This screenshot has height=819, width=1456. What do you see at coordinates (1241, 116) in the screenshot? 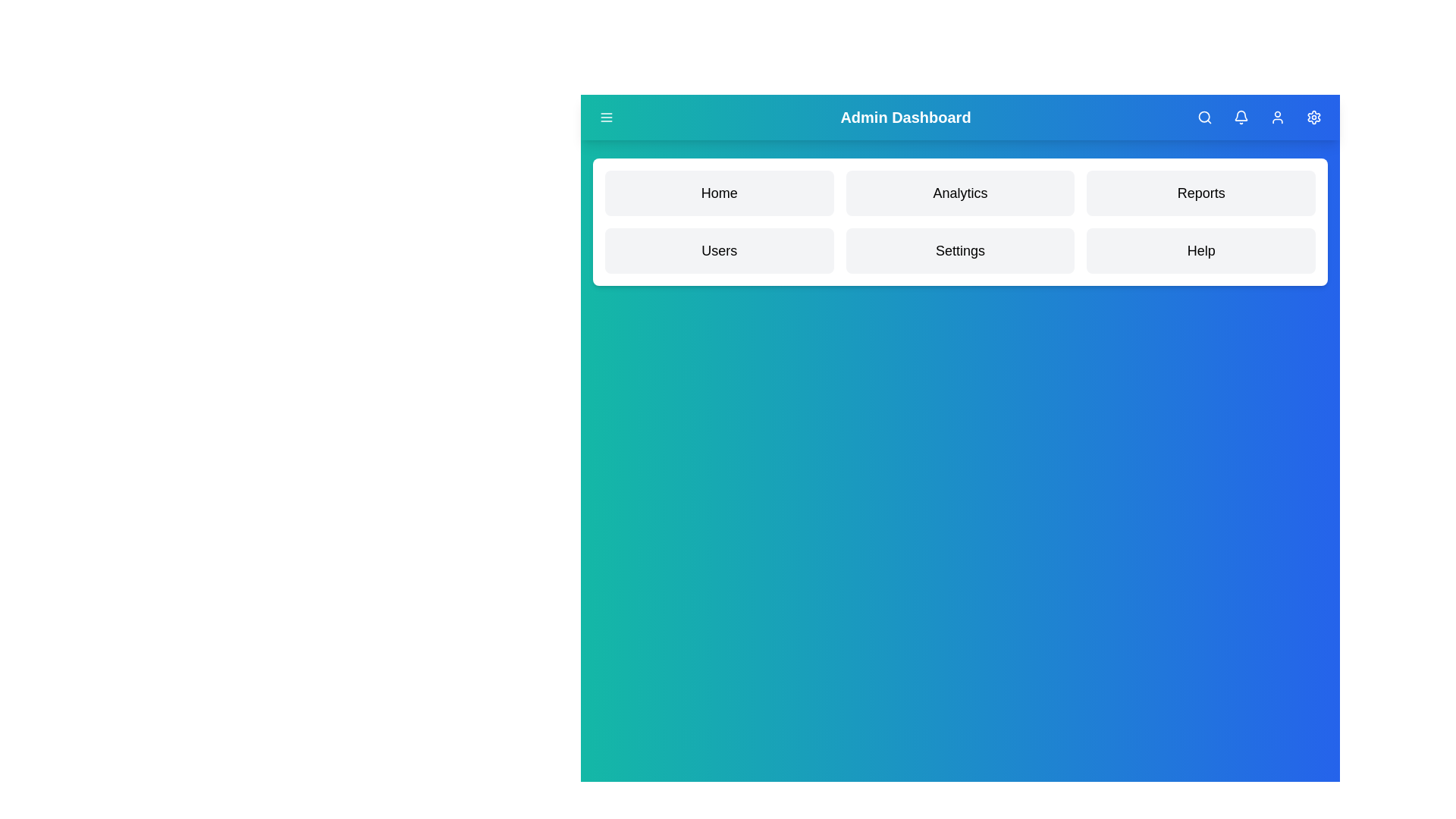
I see `the notification bell icon to view notifications` at bounding box center [1241, 116].